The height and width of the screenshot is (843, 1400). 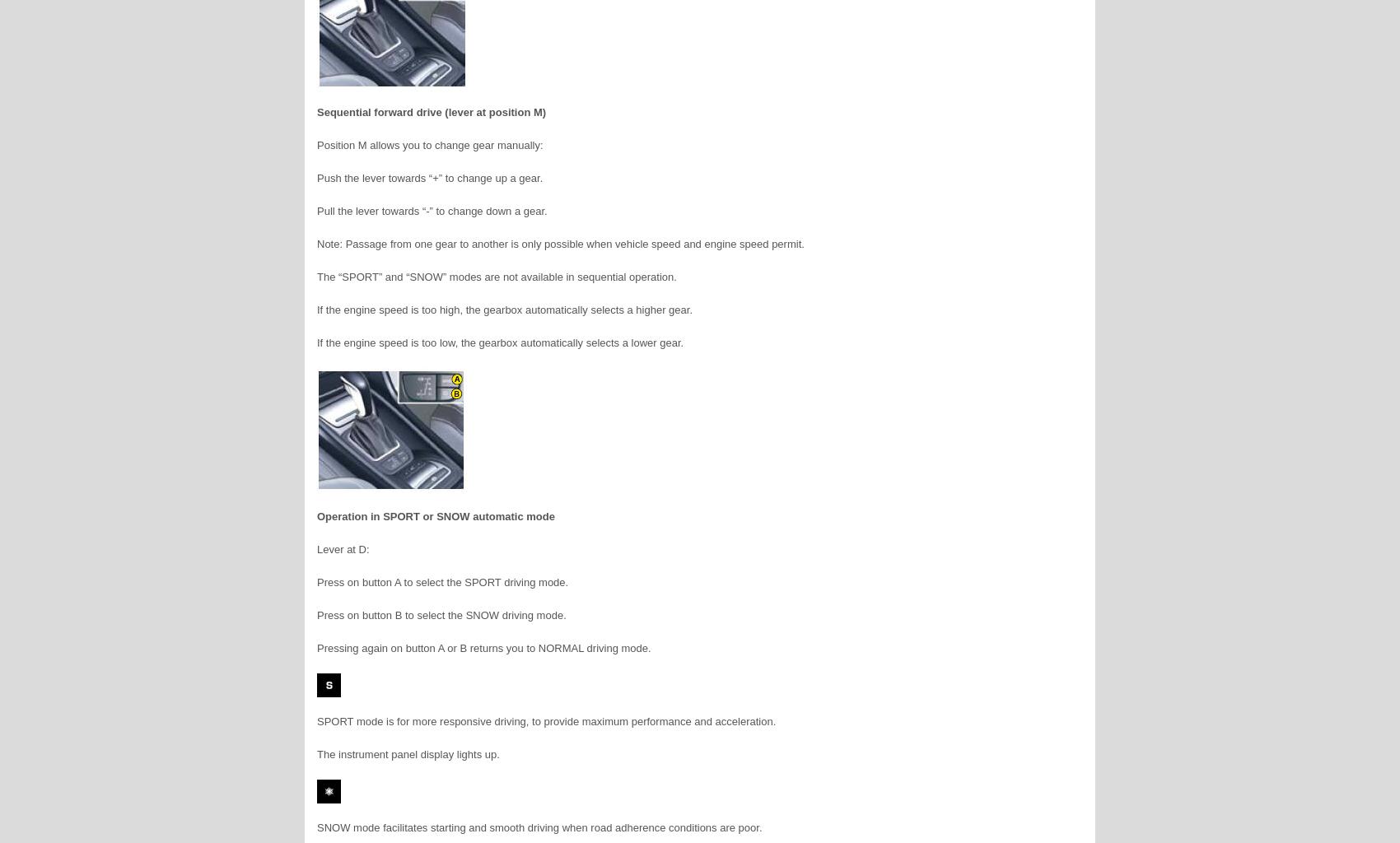 What do you see at coordinates (560, 244) in the screenshot?
I see `'Note: Passage from one gear to another is only possible when vehicle speed and 
engine speed permit.'` at bounding box center [560, 244].